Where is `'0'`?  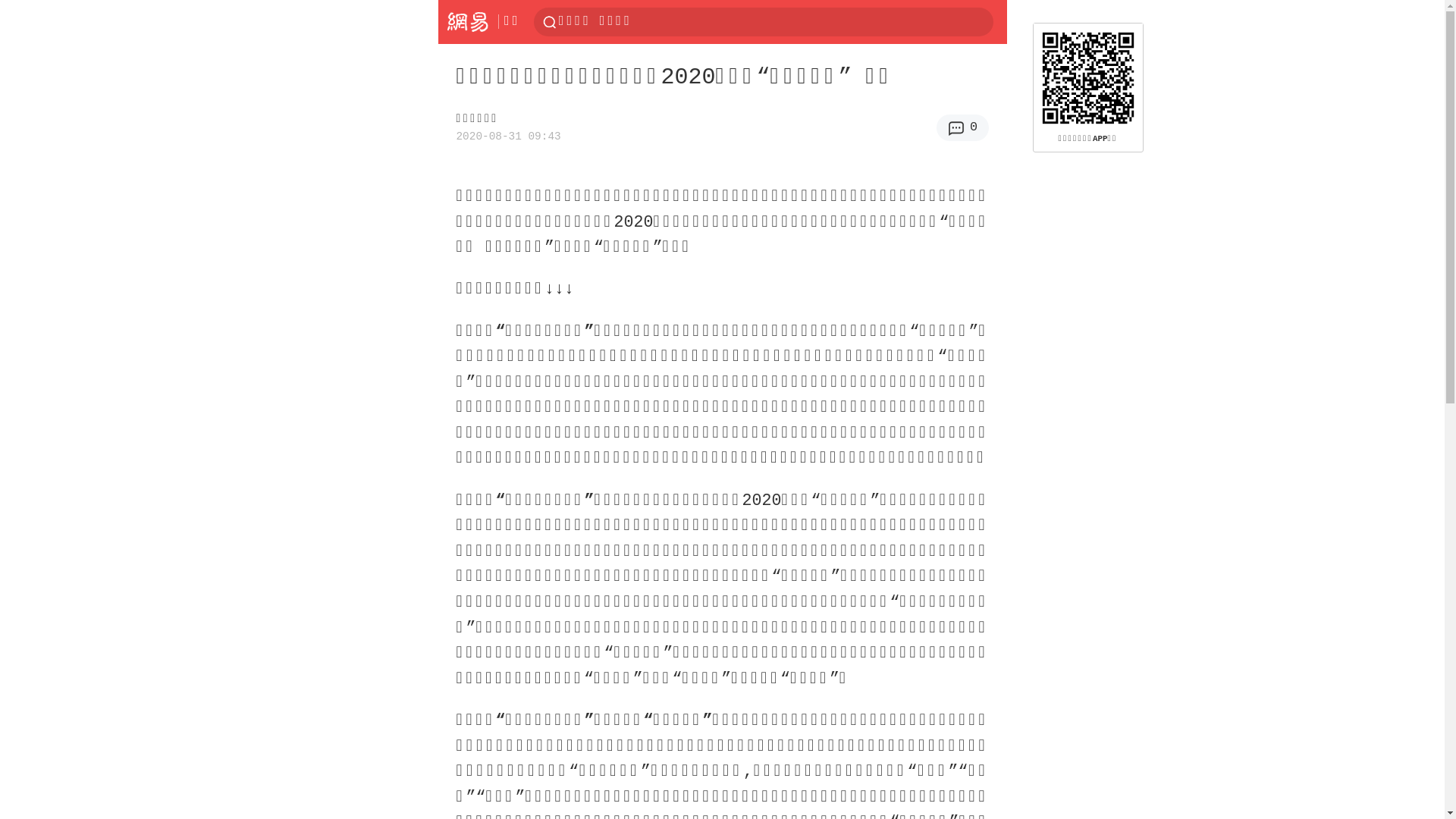 '0' is located at coordinates (962, 127).